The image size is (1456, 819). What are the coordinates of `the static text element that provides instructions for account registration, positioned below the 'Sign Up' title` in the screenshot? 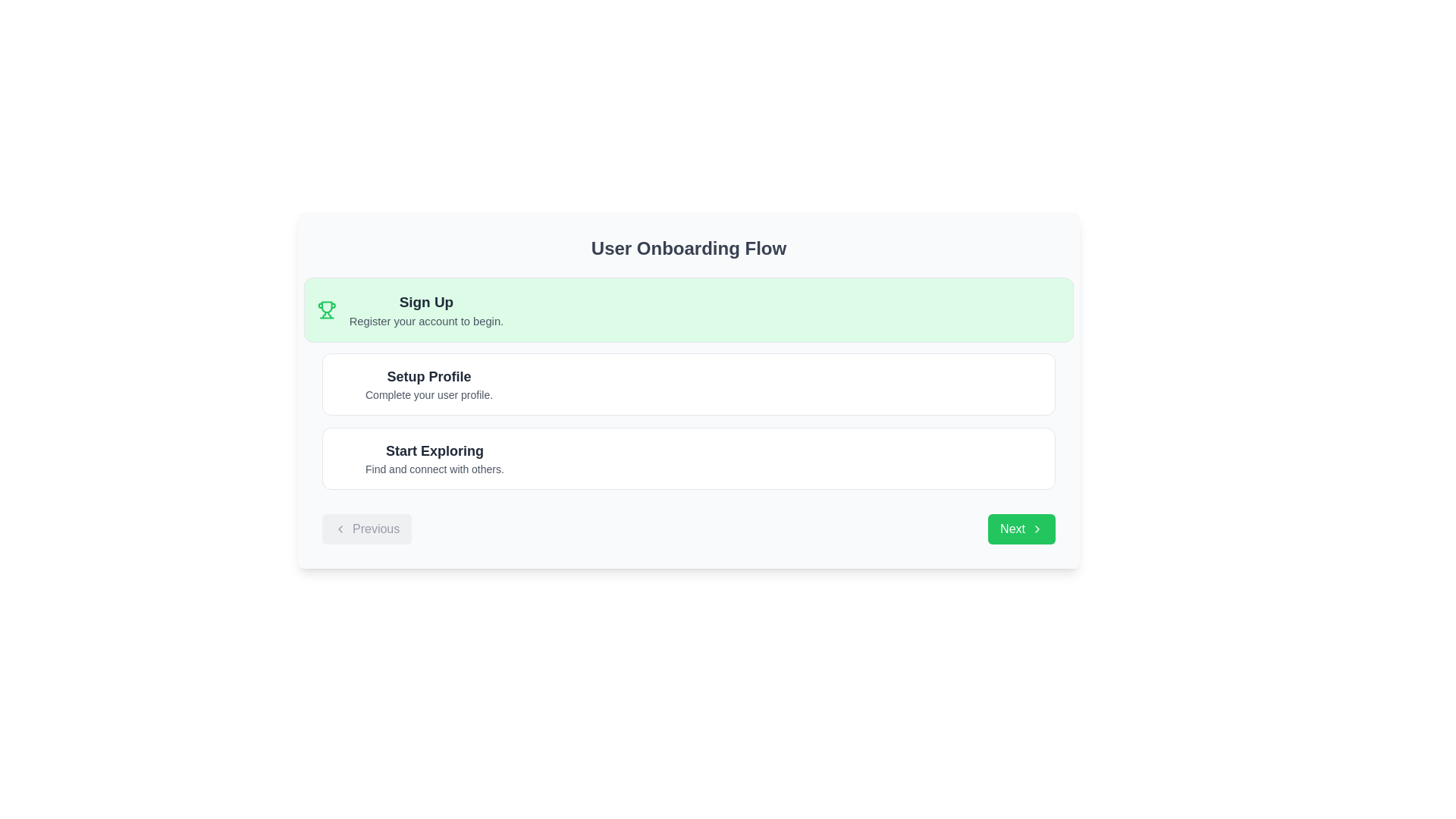 It's located at (425, 320).